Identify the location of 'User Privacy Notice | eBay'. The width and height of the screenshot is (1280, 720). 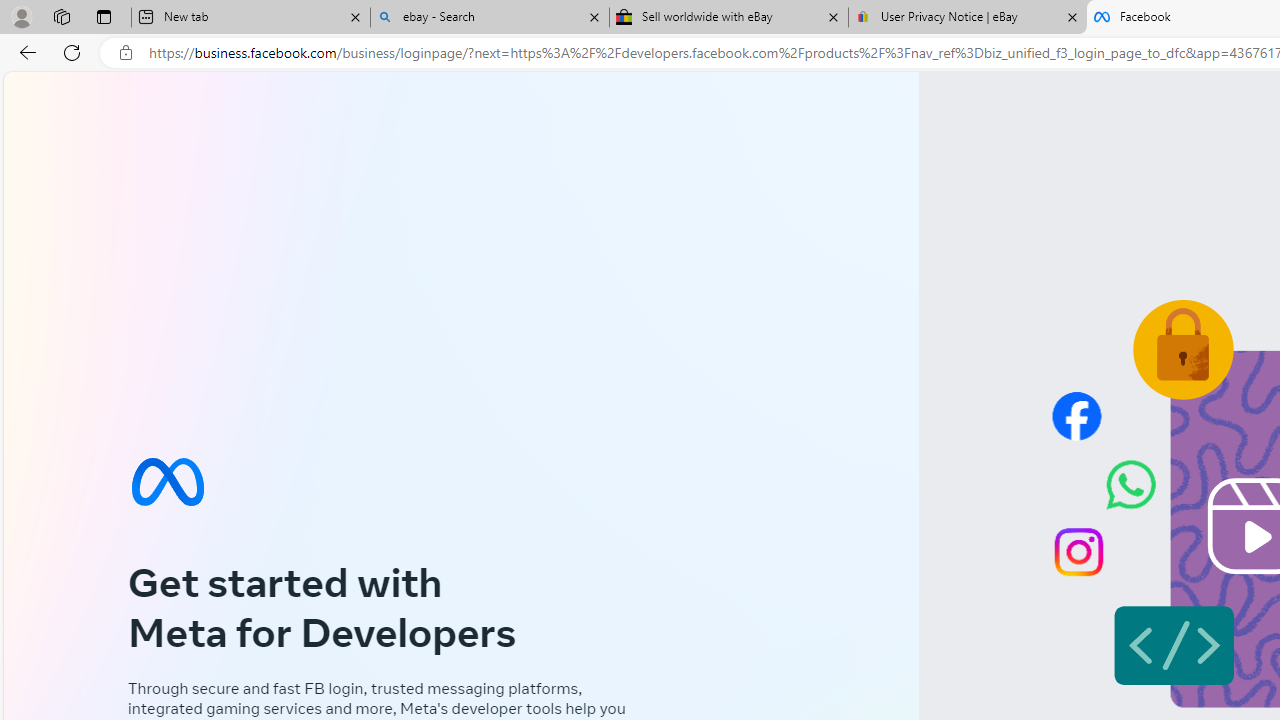
(967, 17).